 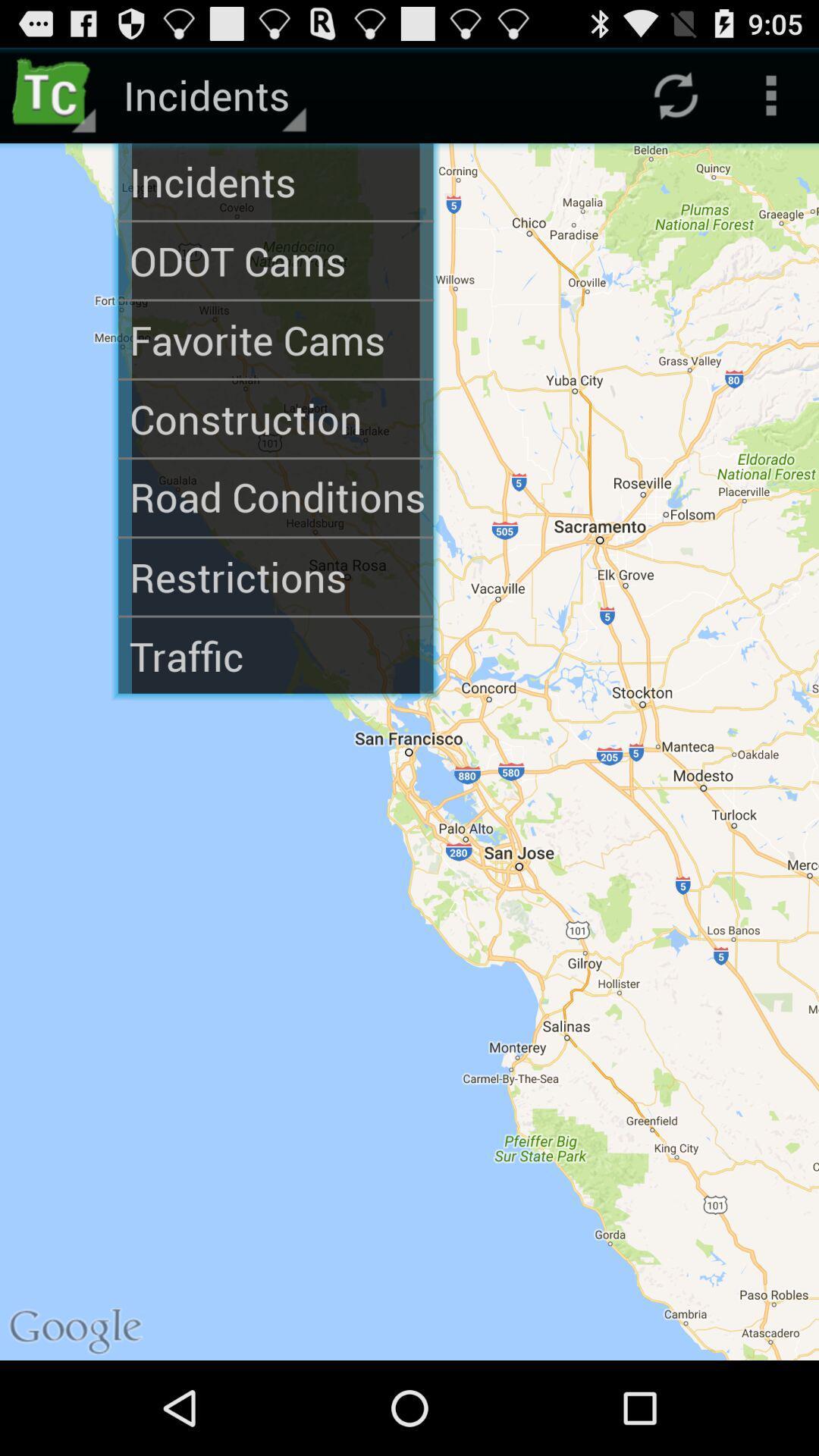 I want to click on restrictions icon, so click(x=275, y=576).